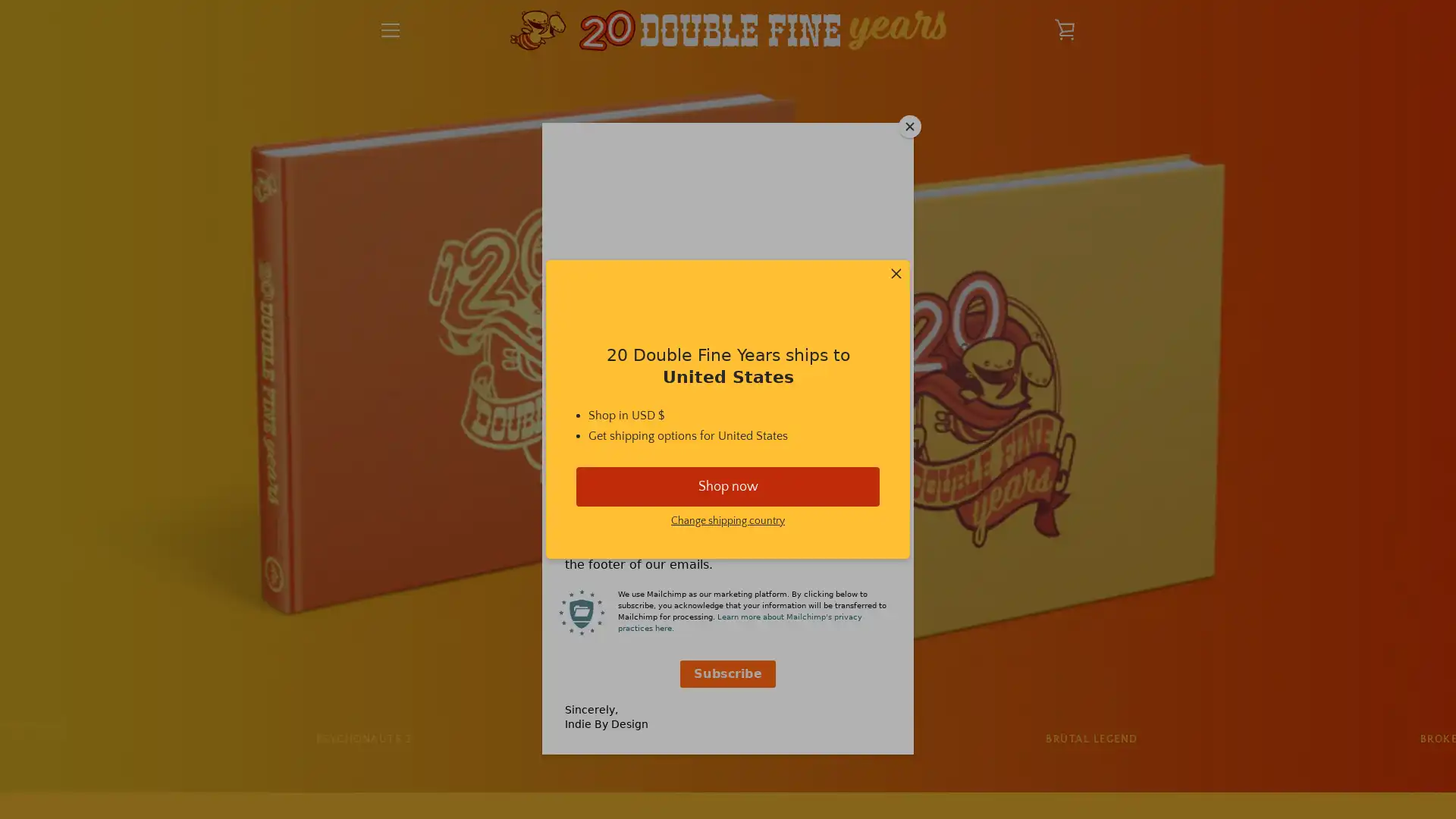 The image size is (1456, 819). What do you see at coordinates (896, 275) in the screenshot?
I see `Dismiss` at bounding box center [896, 275].